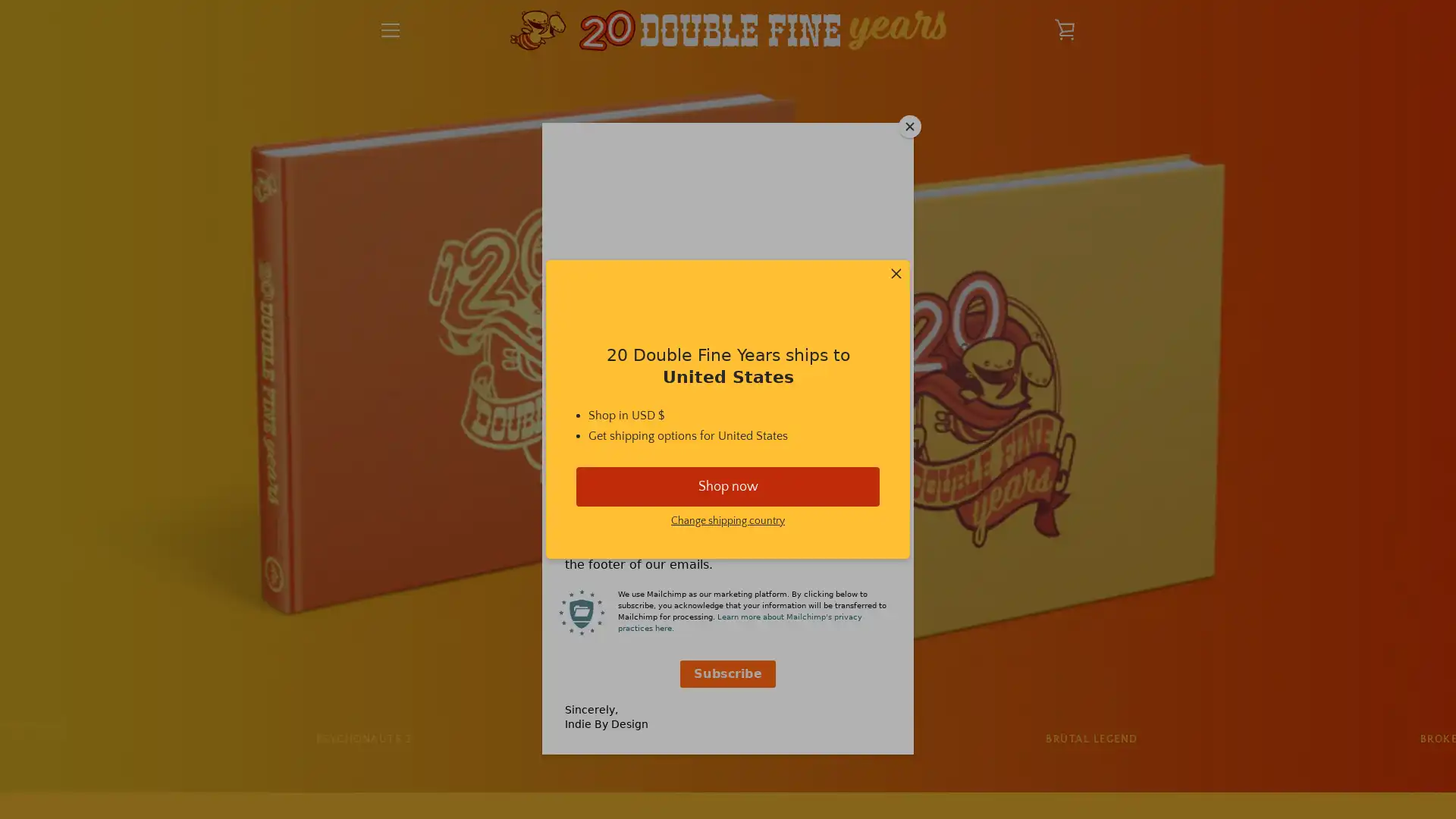 The image size is (1456, 819). What do you see at coordinates (896, 275) in the screenshot?
I see `Dismiss` at bounding box center [896, 275].